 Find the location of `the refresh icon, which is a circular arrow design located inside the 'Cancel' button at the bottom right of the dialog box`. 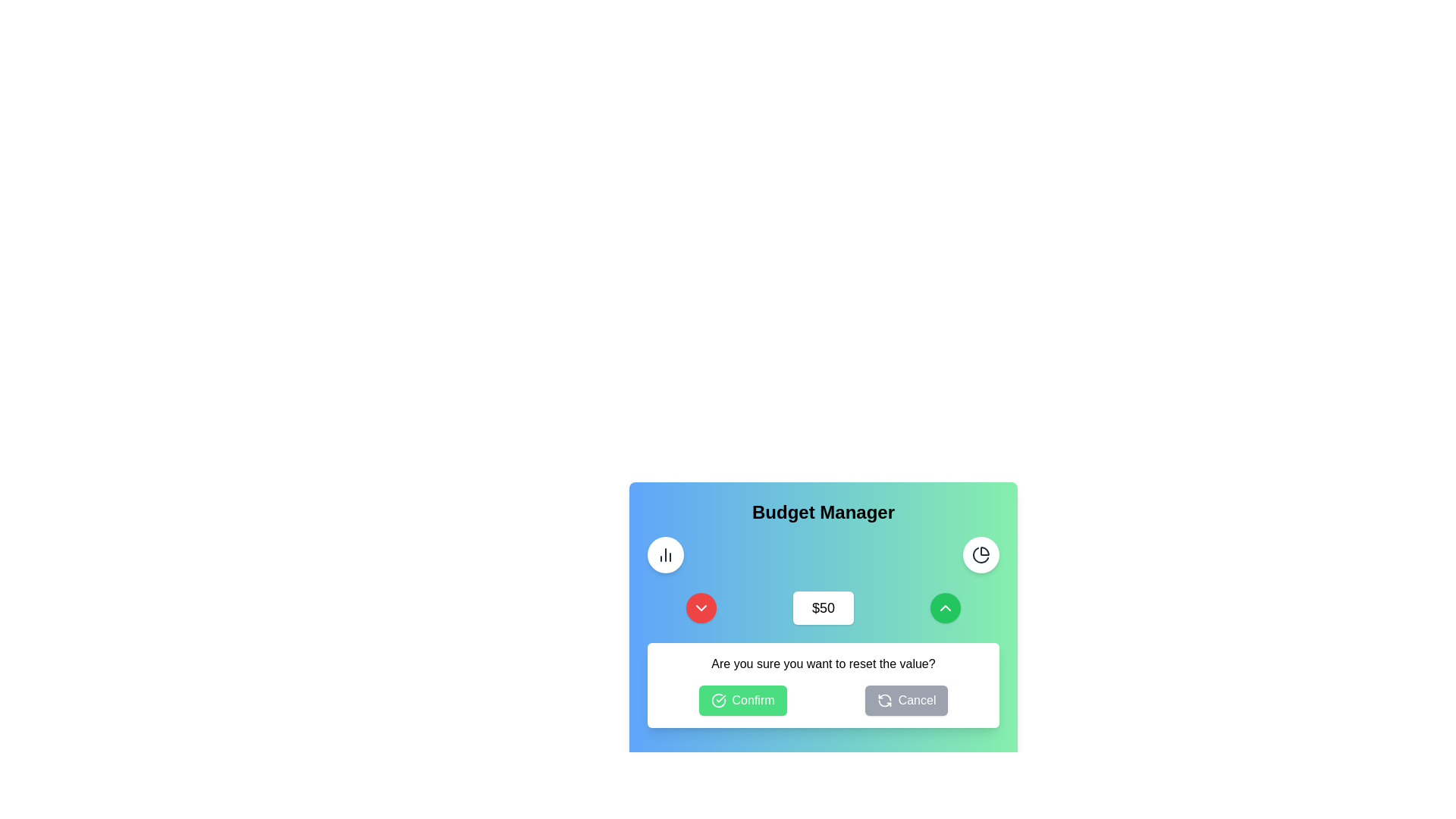

the refresh icon, which is a circular arrow design located inside the 'Cancel' button at the bottom right of the dialog box is located at coordinates (884, 701).